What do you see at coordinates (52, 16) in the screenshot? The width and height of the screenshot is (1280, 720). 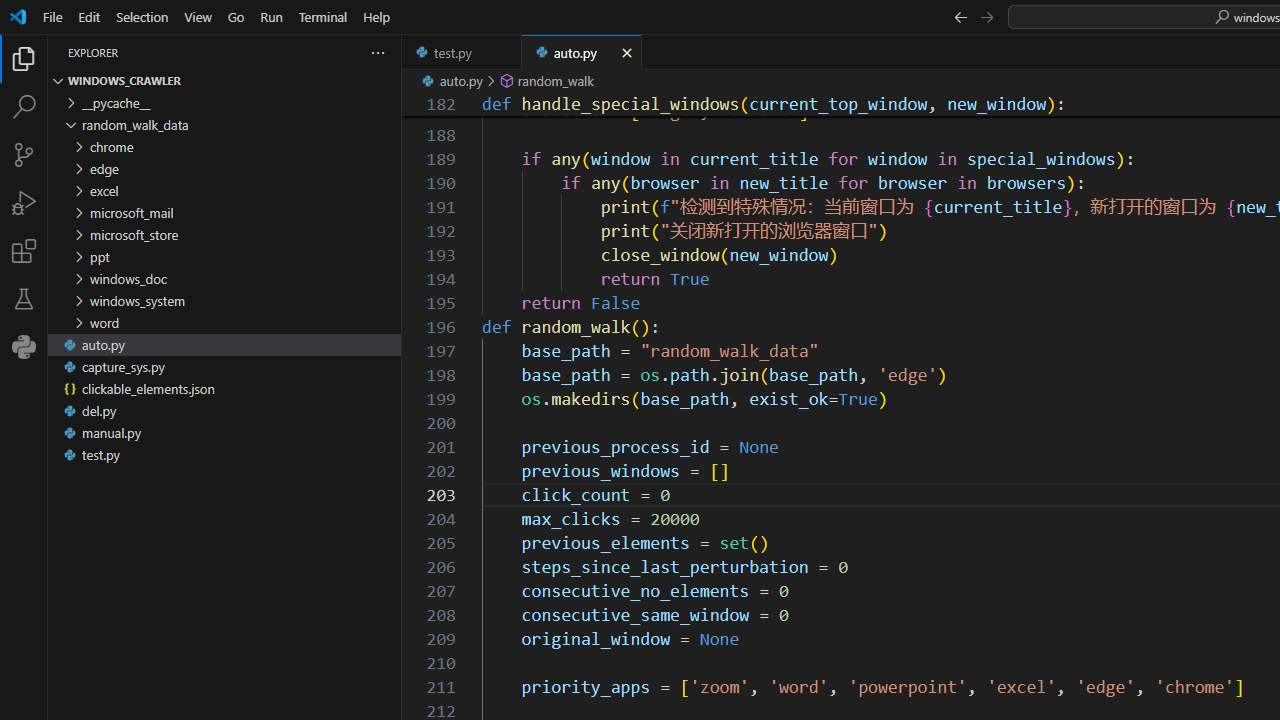 I see `'File'` at bounding box center [52, 16].